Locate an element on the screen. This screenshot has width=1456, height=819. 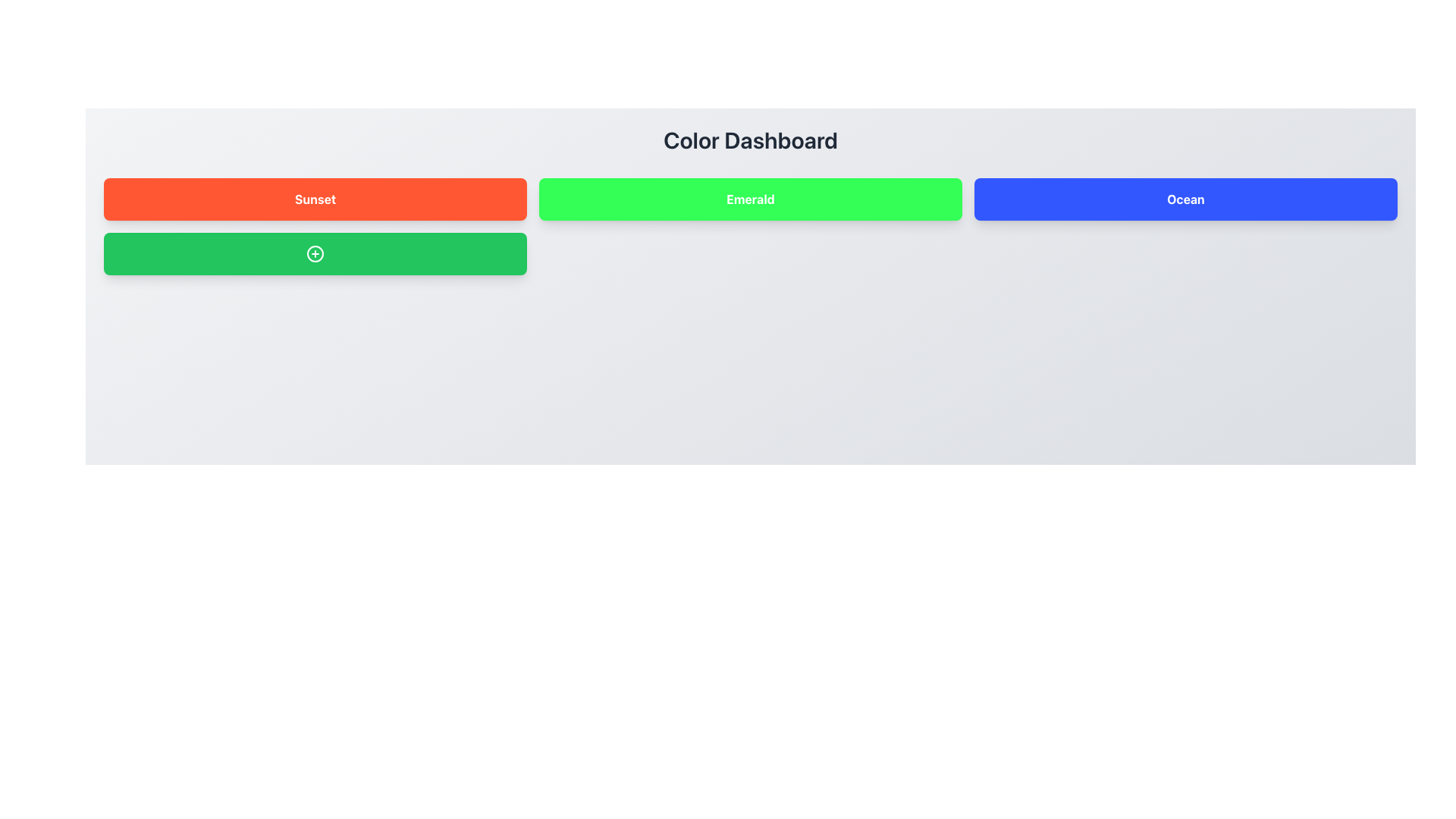
the bright green button labeled 'Emerald' to trigger a visual change is located at coordinates (750, 198).